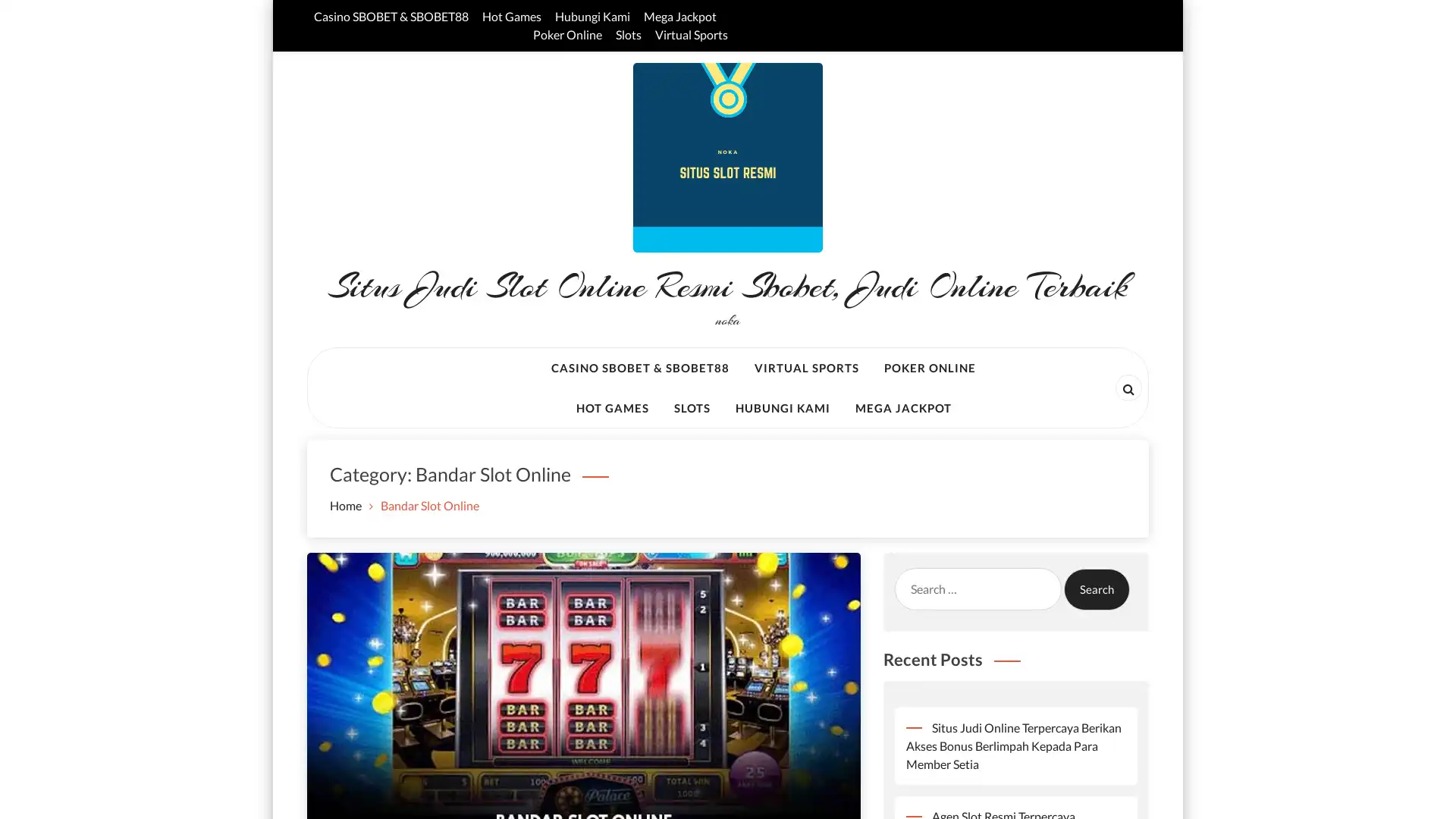 The width and height of the screenshot is (1456, 819). I want to click on Search, so click(1097, 588).